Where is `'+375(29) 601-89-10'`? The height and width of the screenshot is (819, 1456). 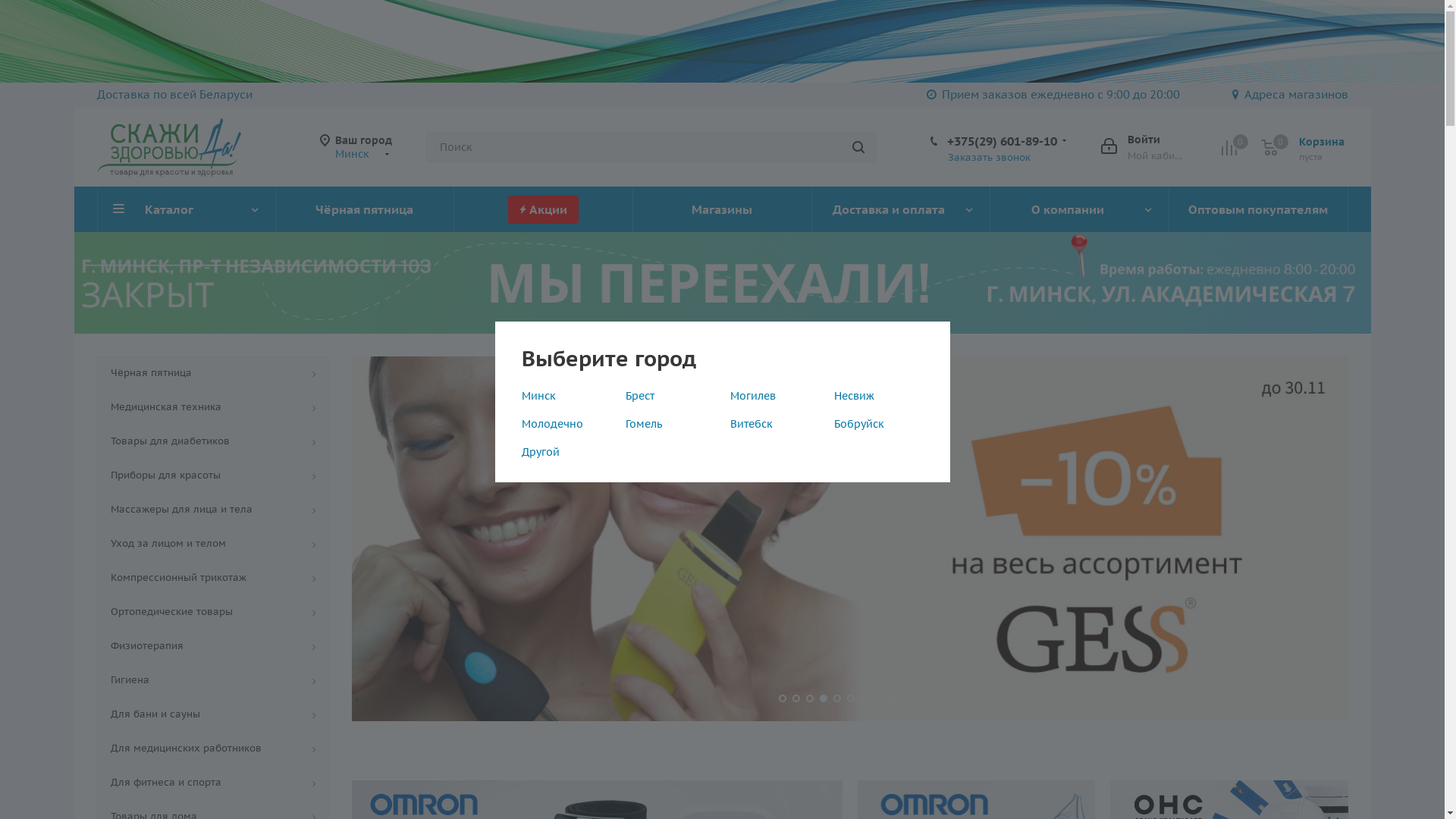
'+375(29) 601-89-10' is located at coordinates (946, 140).